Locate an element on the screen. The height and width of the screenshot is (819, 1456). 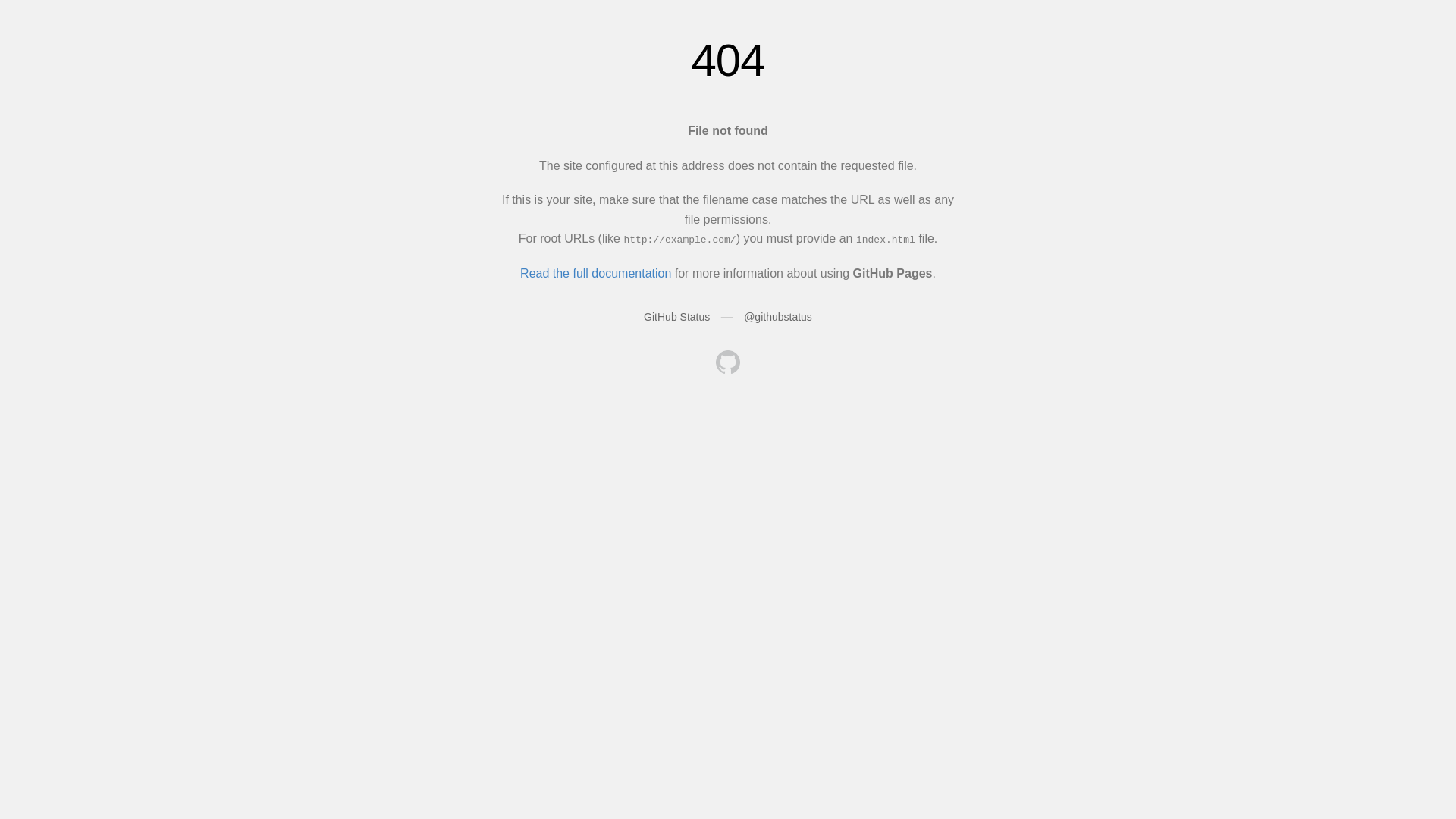
'Read the full documentation' is located at coordinates (595, 273).